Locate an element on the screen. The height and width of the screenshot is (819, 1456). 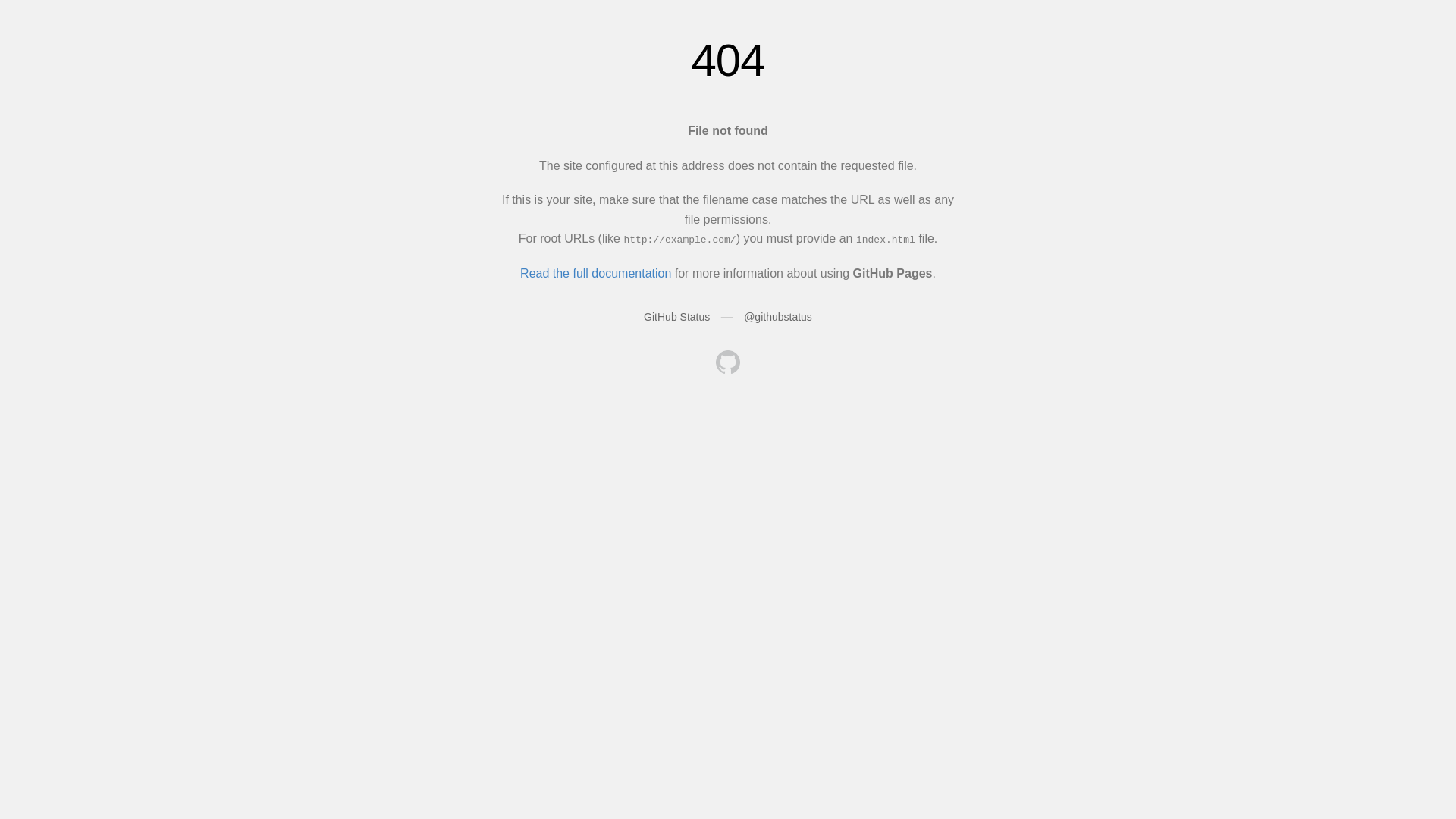
'Read the full documentation' is located at coordinates (595, 273).